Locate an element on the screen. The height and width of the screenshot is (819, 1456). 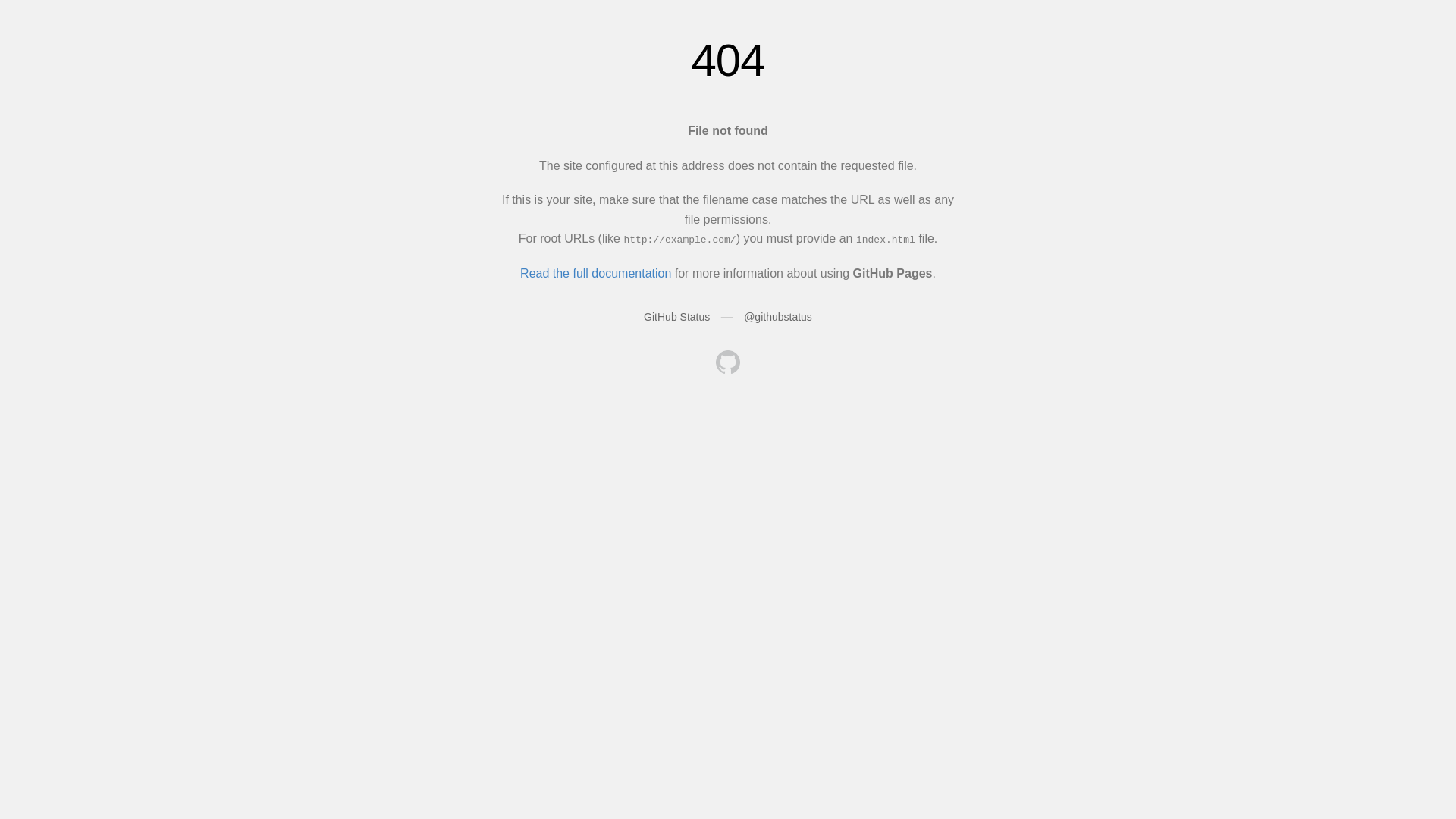
'Read the full documentation' is located at coordinates (595, 273).